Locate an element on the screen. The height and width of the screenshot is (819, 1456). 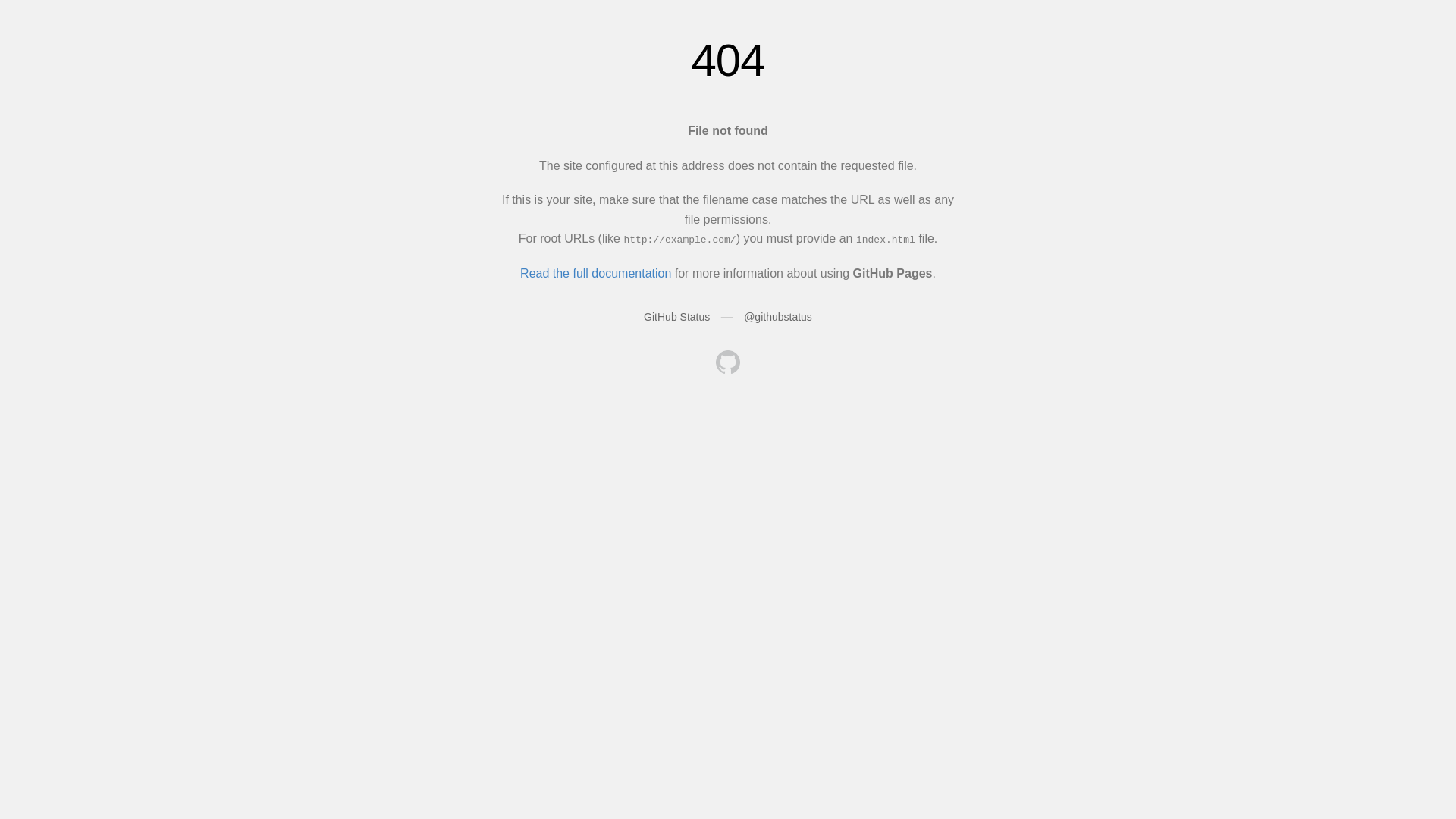
'Read the full documentation' is located at coordinates (595, 273).